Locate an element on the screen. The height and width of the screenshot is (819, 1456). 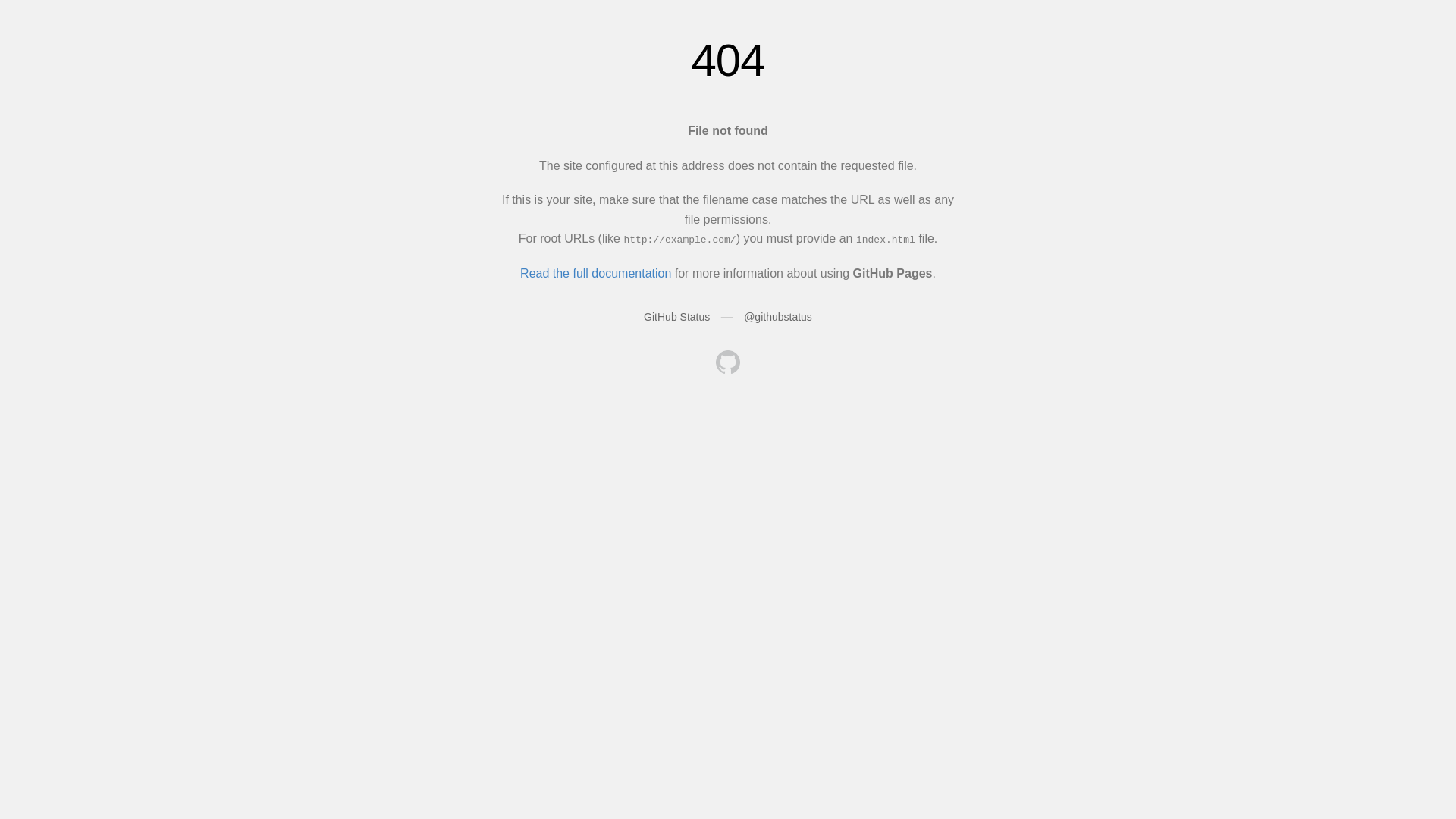
'Read the full documentation' is located at coordinates (595, 273).